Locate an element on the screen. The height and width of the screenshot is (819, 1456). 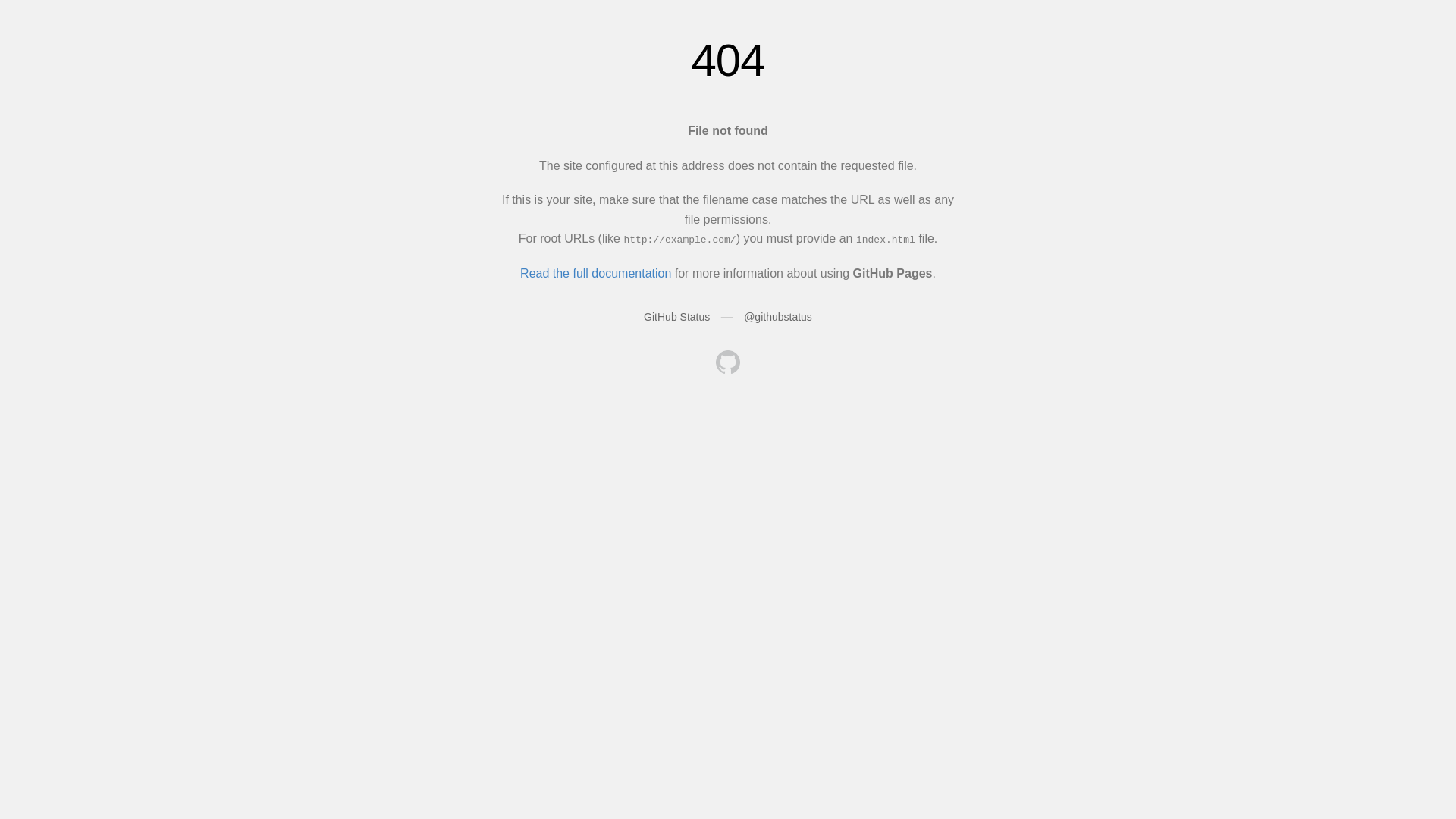
'Read the full documentation' is located at coordinates (595, 273).